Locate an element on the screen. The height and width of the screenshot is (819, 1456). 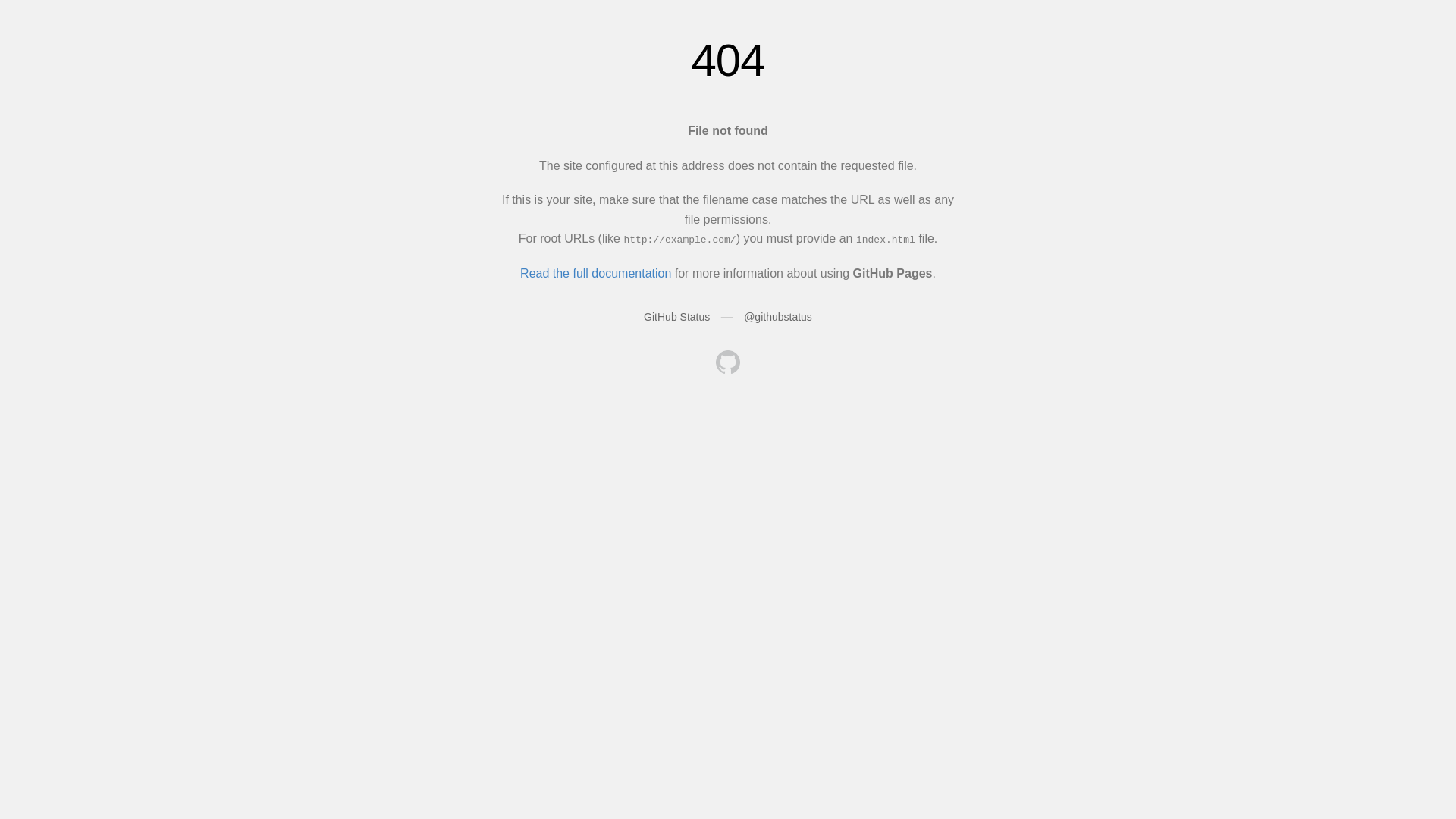
'Read the full documentation' is located at coordinates (595, 273).